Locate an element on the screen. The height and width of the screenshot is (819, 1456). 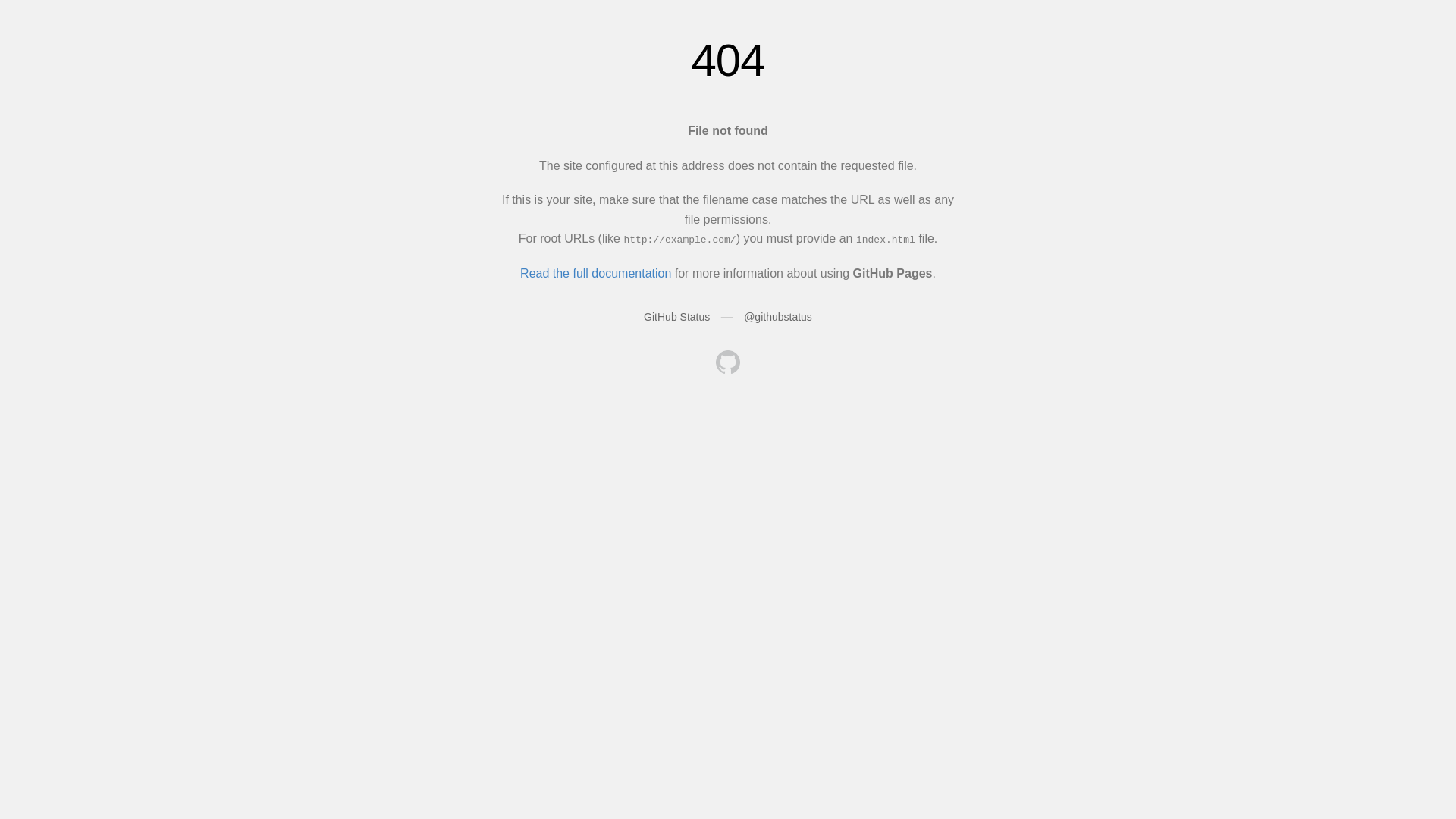
'Read the full documentation' is located at coordinates (595, 273).